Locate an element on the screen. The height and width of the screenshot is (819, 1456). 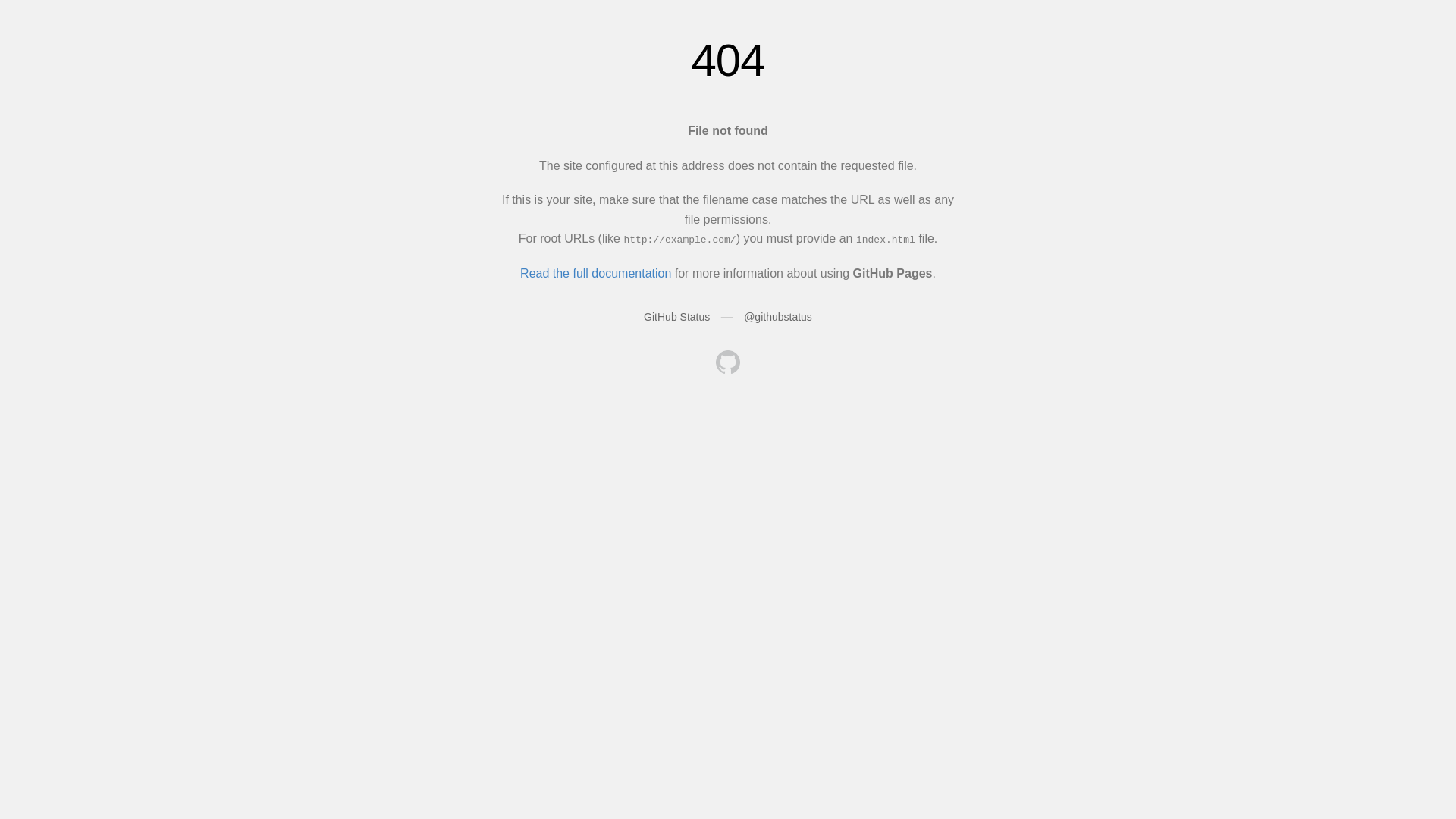
'Read the full documentation' is located at coordinates (595, 273).